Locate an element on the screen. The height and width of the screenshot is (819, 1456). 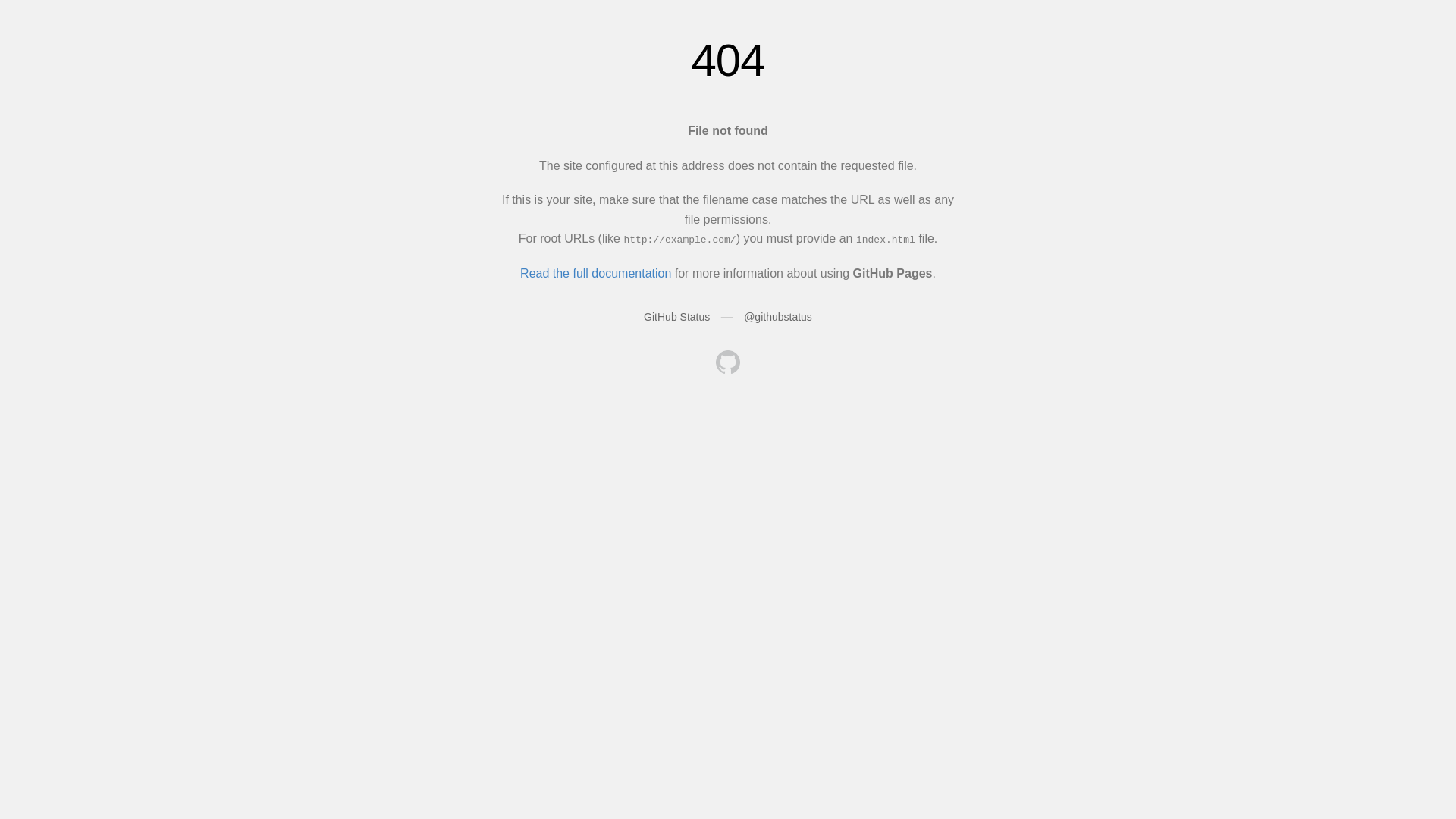
'Read the full documentation' is located at coordinates (595, 273).